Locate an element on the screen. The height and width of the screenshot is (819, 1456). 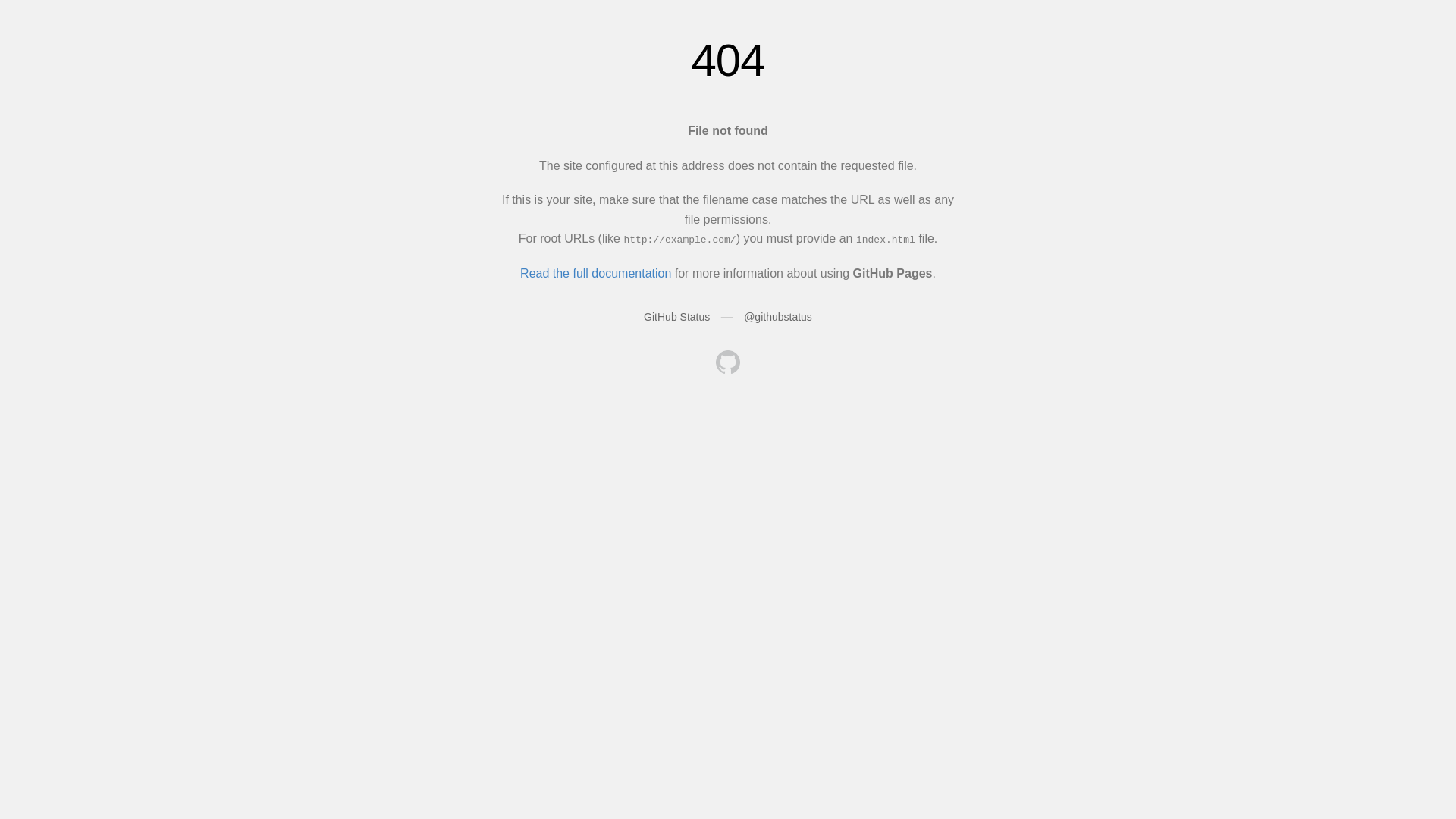
'Read the full documentation' is located at coordinates (595, 273).